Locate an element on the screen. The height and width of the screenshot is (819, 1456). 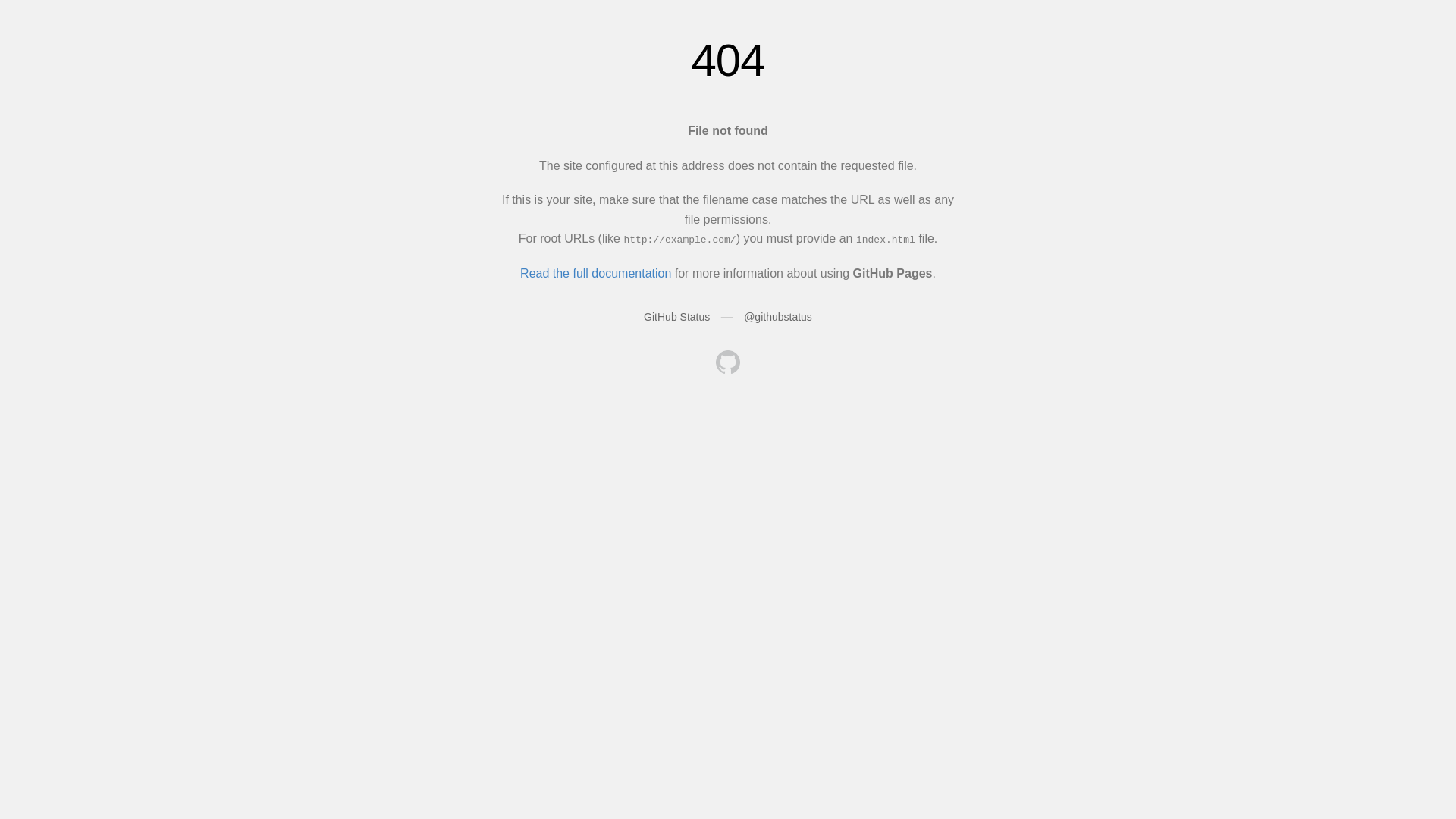
'Read the full documentation' is located at coordinates (595, 273).